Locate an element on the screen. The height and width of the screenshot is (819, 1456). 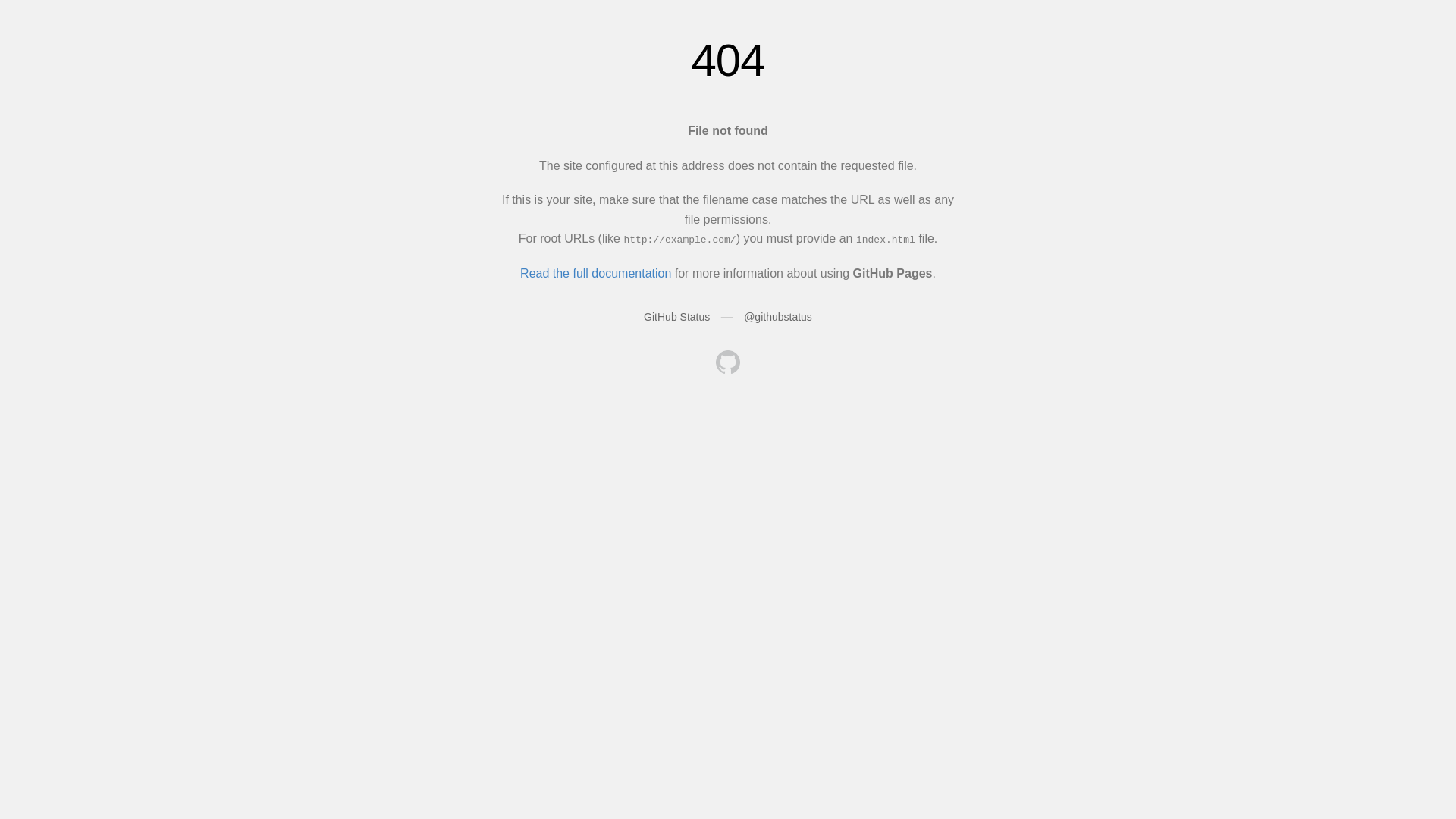
'Read the full documentation' is located at coordinates (595, 273).